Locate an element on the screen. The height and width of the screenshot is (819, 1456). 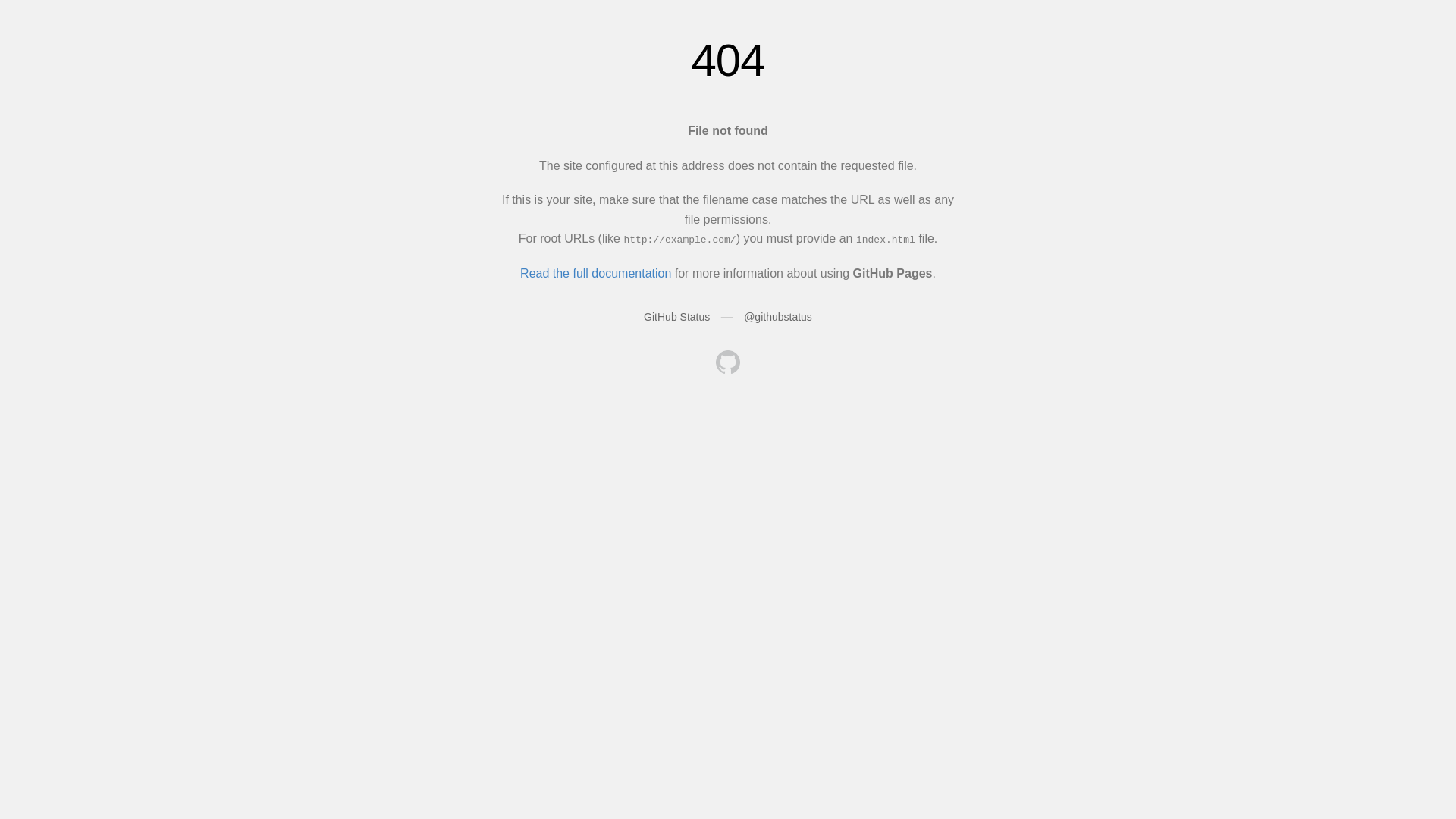
'Read the full documentation' is located at coordinates (595, 273).